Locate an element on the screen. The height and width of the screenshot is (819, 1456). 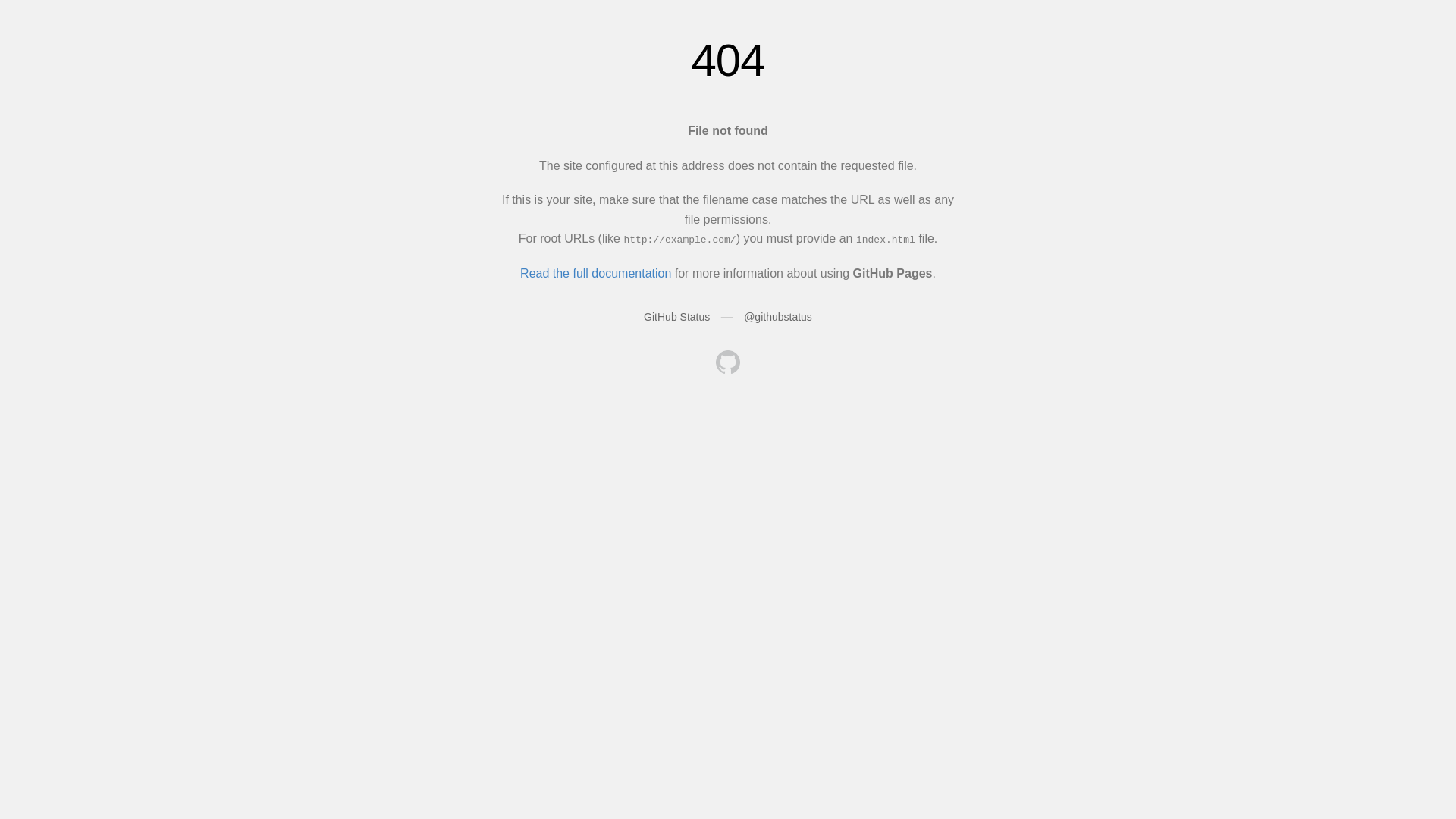
'Read the full documentation' is located at coordinates (595, 273).